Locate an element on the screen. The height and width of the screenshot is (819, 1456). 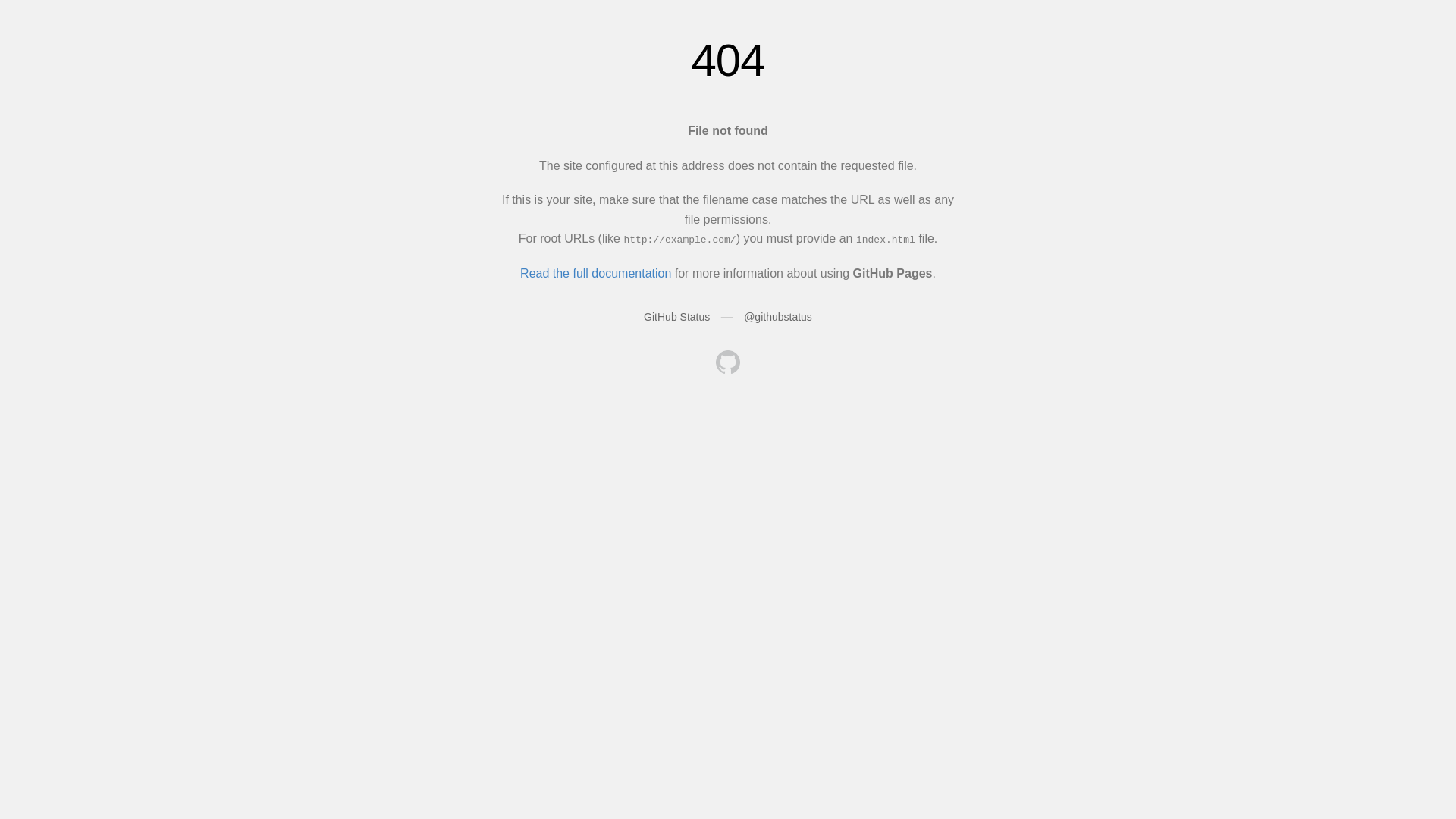
'Read the full documentation' is located at coordinates (595, 273).